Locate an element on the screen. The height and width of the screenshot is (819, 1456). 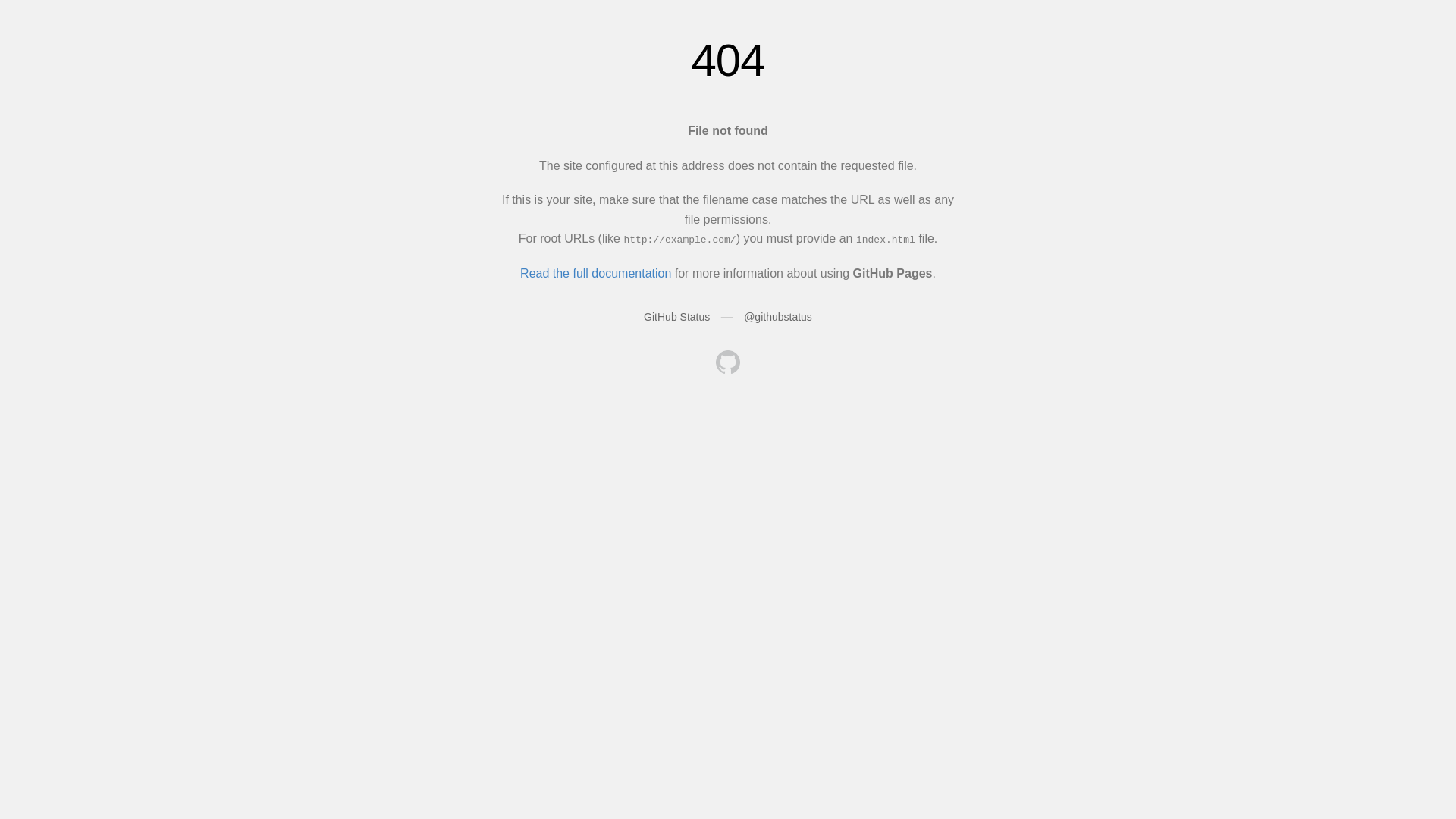
'Read the full documentation' is located at coordinates (595, 273).